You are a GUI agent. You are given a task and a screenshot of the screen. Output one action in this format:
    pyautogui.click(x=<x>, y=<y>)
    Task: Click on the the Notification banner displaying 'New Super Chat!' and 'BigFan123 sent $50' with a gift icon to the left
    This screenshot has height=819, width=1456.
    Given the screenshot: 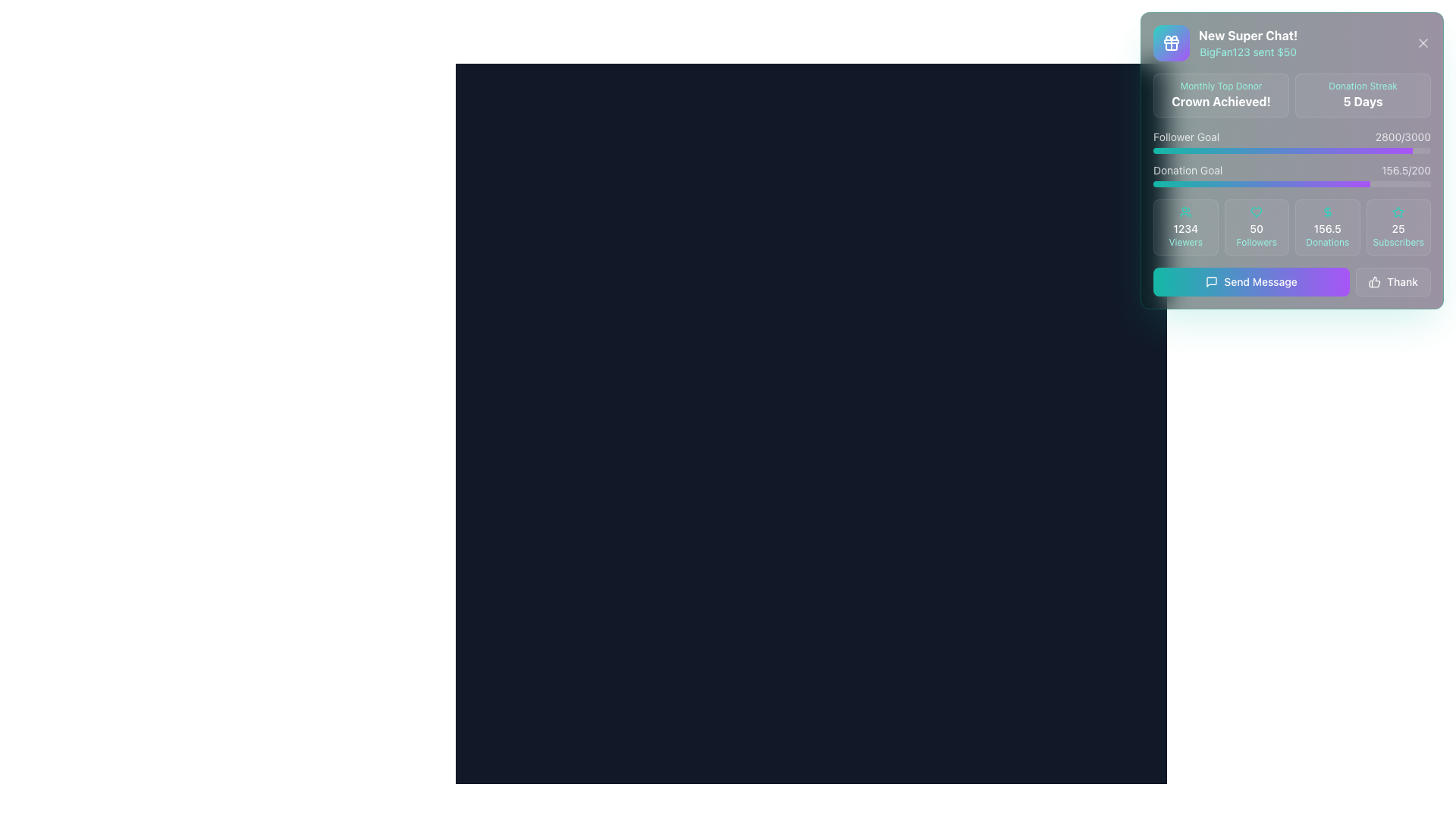 What is the action you would take?
    pyautogui.click(x=1225, y=42)
    